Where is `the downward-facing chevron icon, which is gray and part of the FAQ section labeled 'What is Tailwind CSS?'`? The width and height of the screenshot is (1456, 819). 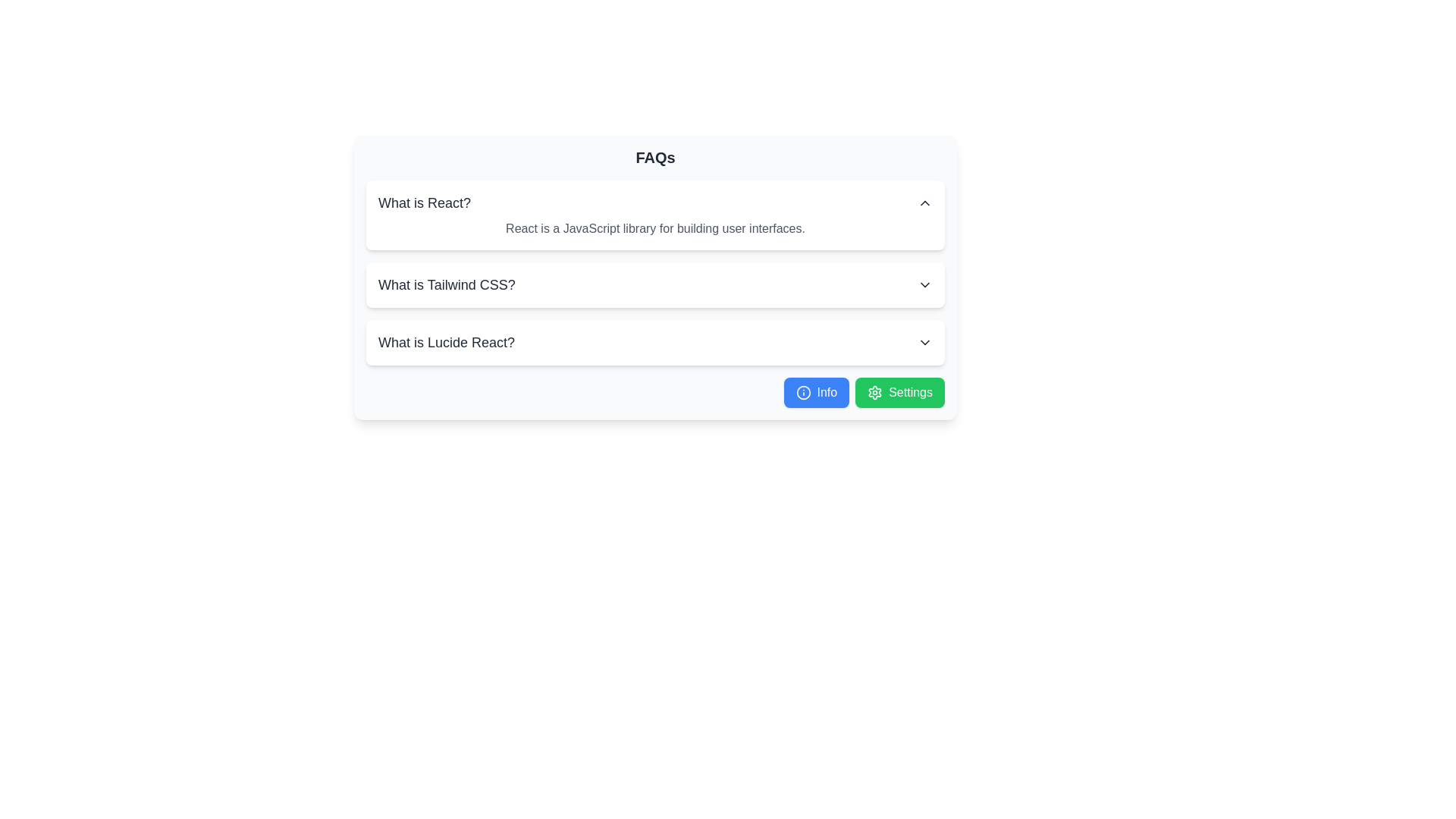 the downward-facing chevron icon, which is gray and part of the FAQ section labeled 'What is Tailwind CSS?' is located at coordinates (924, 284).